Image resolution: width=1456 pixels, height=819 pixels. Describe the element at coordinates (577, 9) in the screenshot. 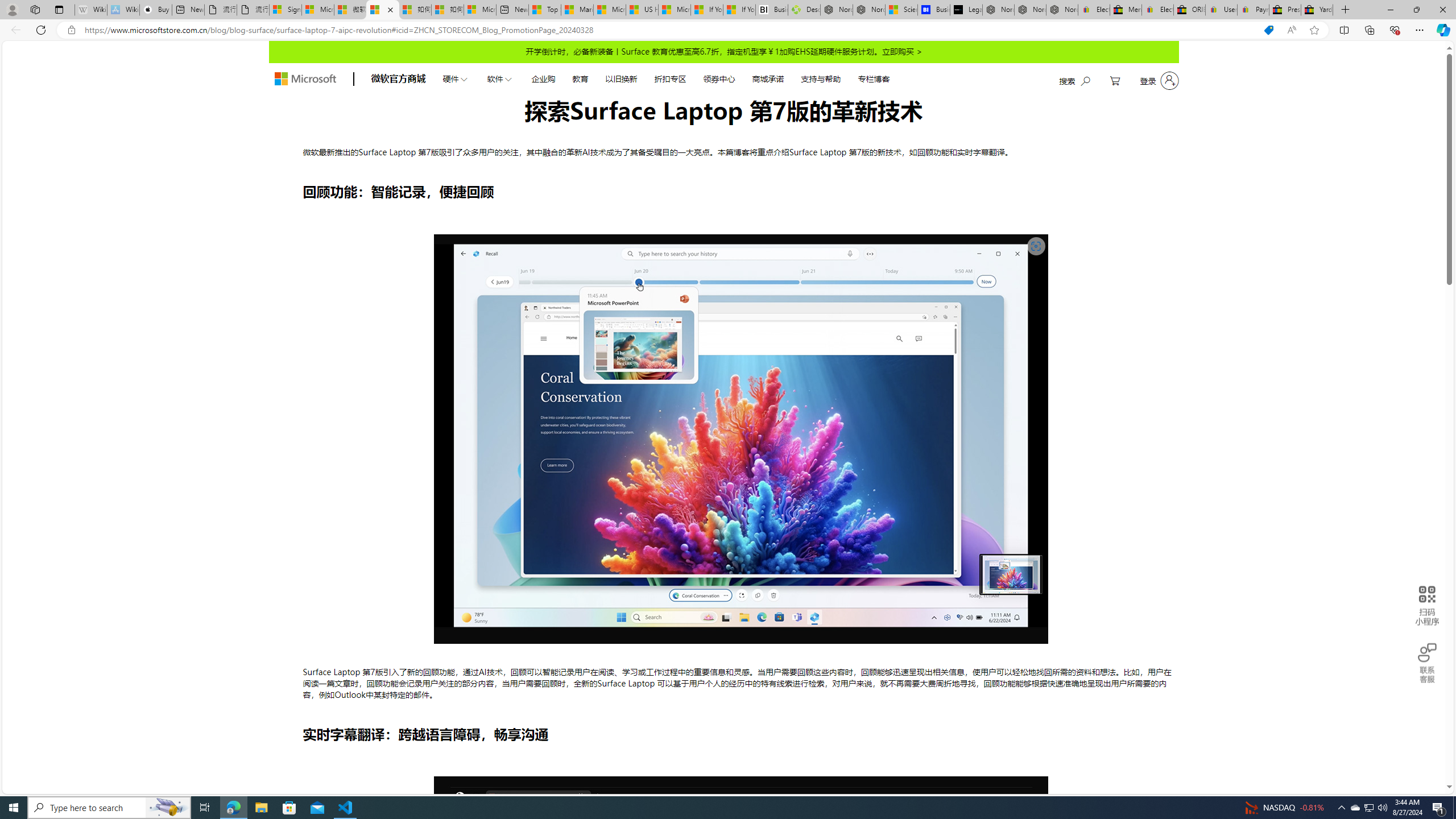

I see `'Marine life - MSN'` at that location.